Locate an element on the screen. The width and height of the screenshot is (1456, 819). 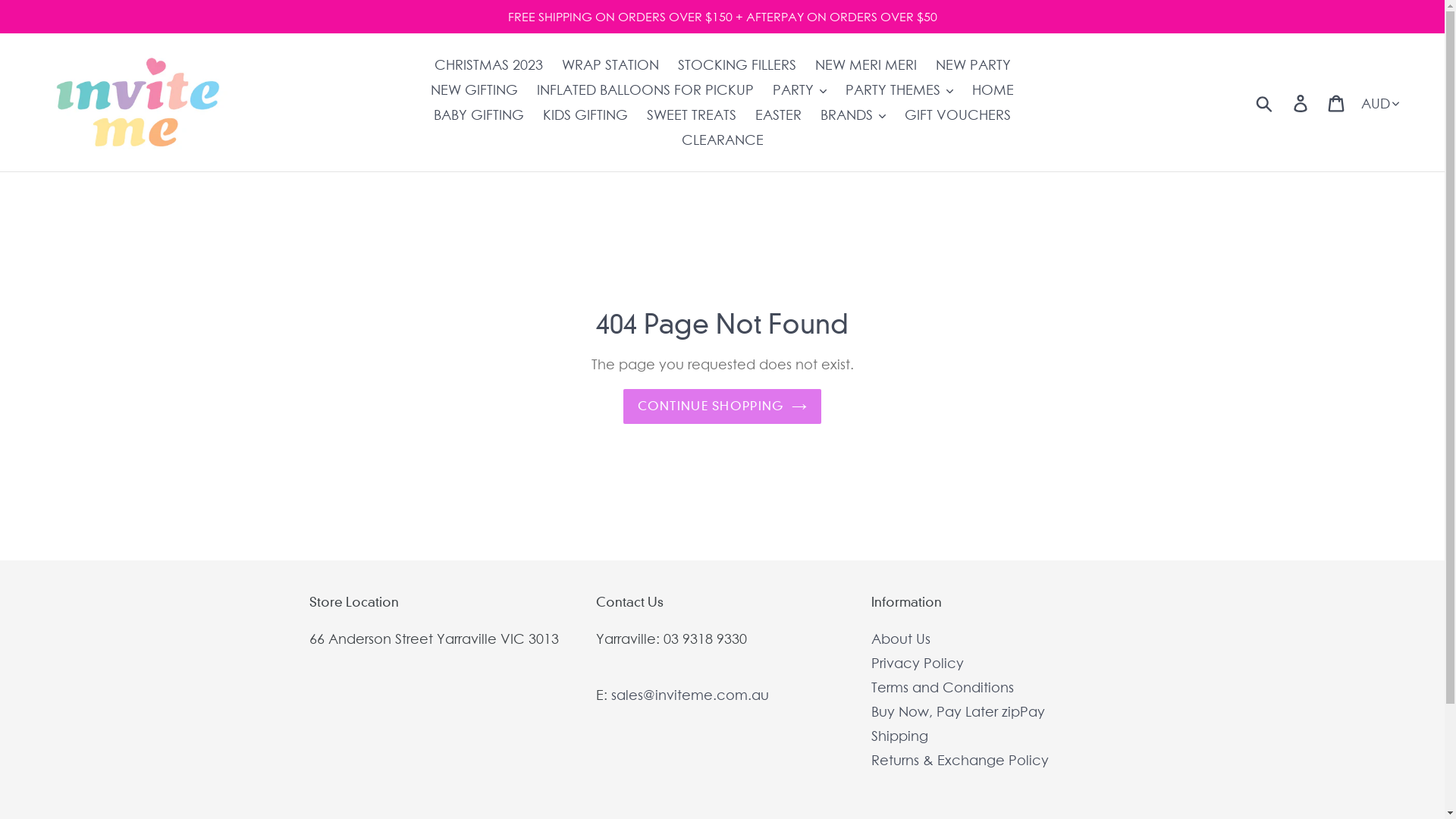
'WRAP STATION' is located at coordinates (609, 64).